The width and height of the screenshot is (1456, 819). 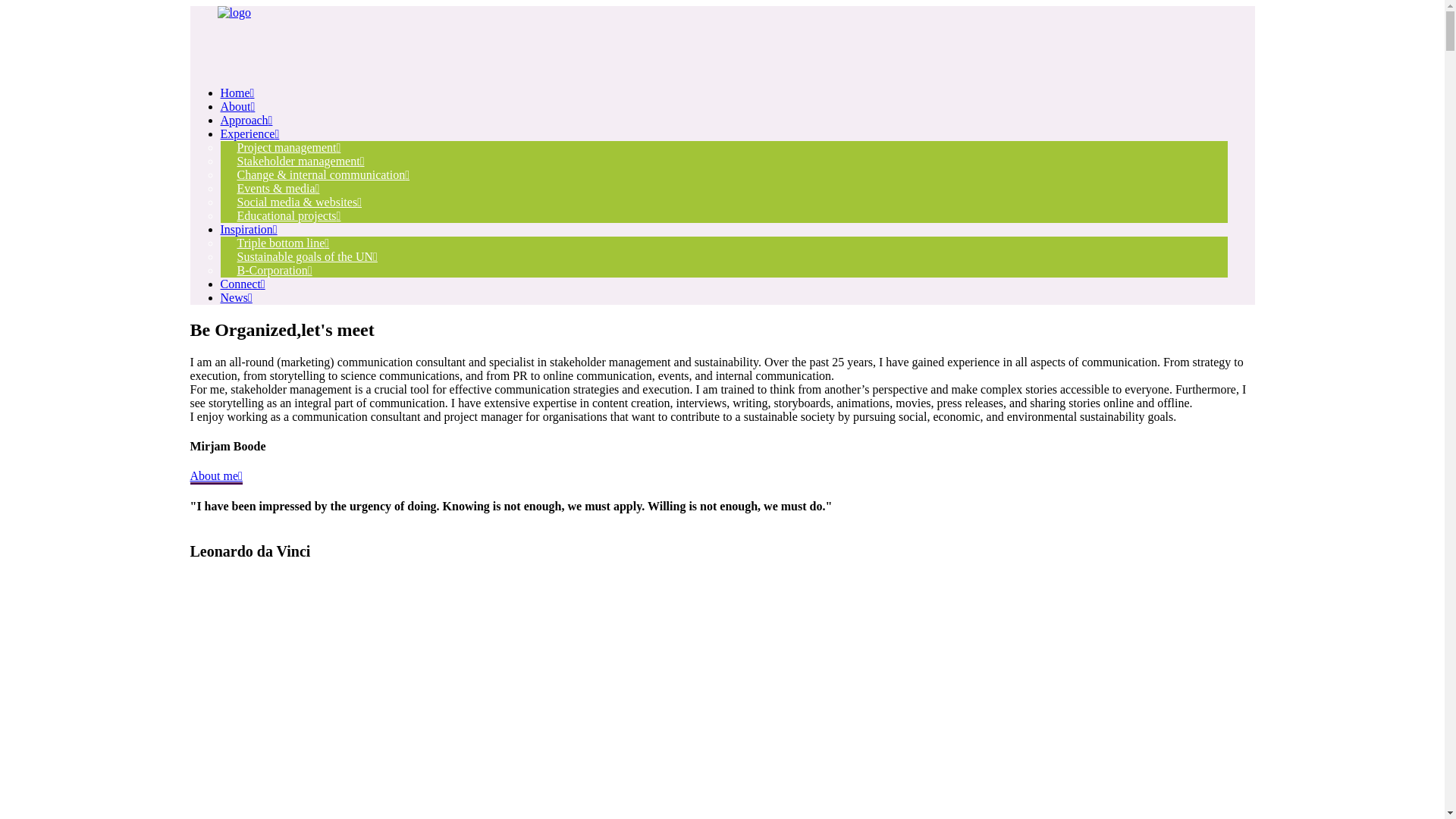 What do you see at coordinates (241, 284) in the screenshot?
I see `'Connect'` at bounding box center [241, 284].